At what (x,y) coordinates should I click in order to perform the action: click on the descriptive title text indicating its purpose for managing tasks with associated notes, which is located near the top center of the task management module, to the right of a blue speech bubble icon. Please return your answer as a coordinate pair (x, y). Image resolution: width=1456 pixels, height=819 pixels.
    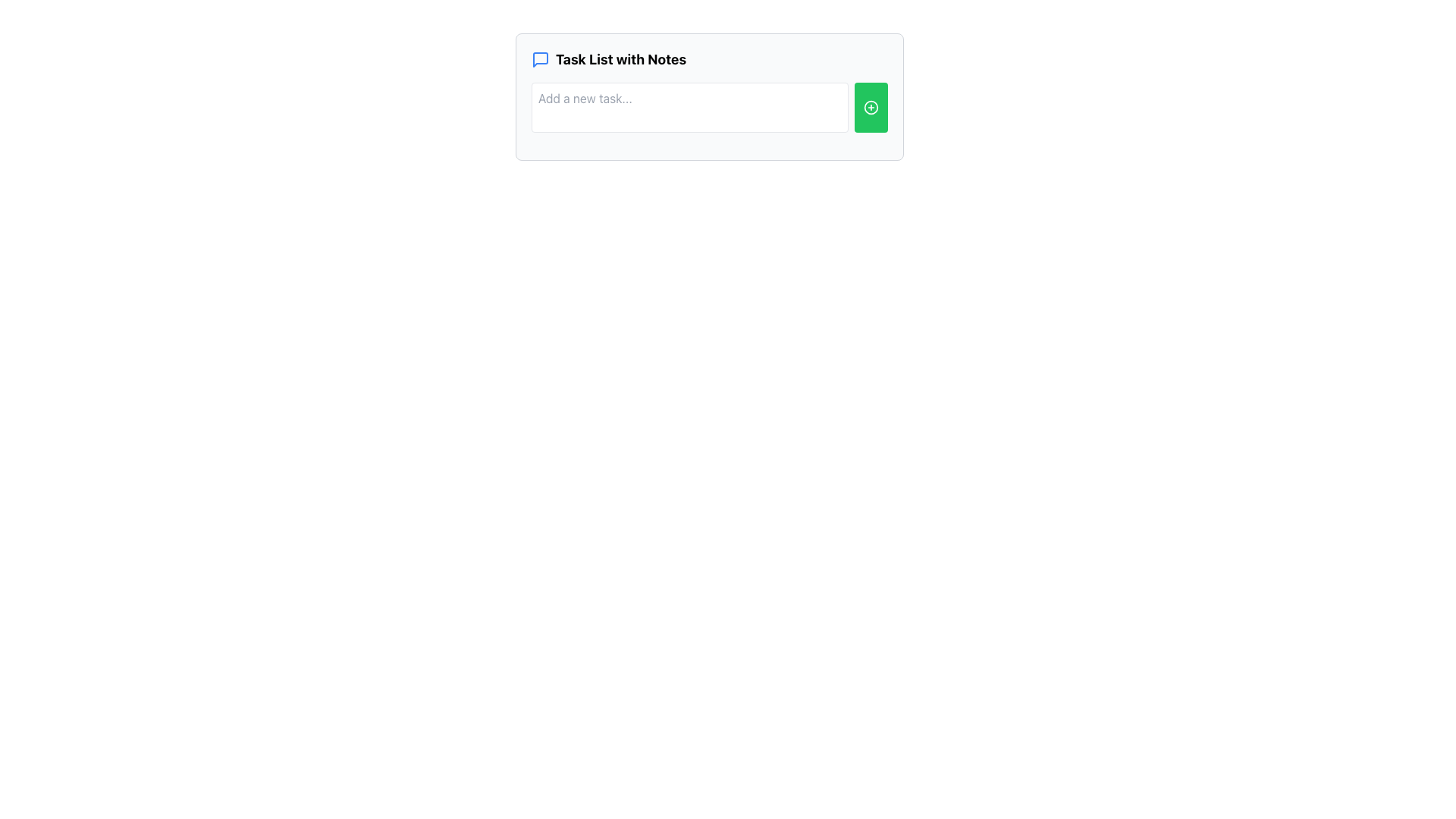
    Looking at the image, I should click on (621, 58).